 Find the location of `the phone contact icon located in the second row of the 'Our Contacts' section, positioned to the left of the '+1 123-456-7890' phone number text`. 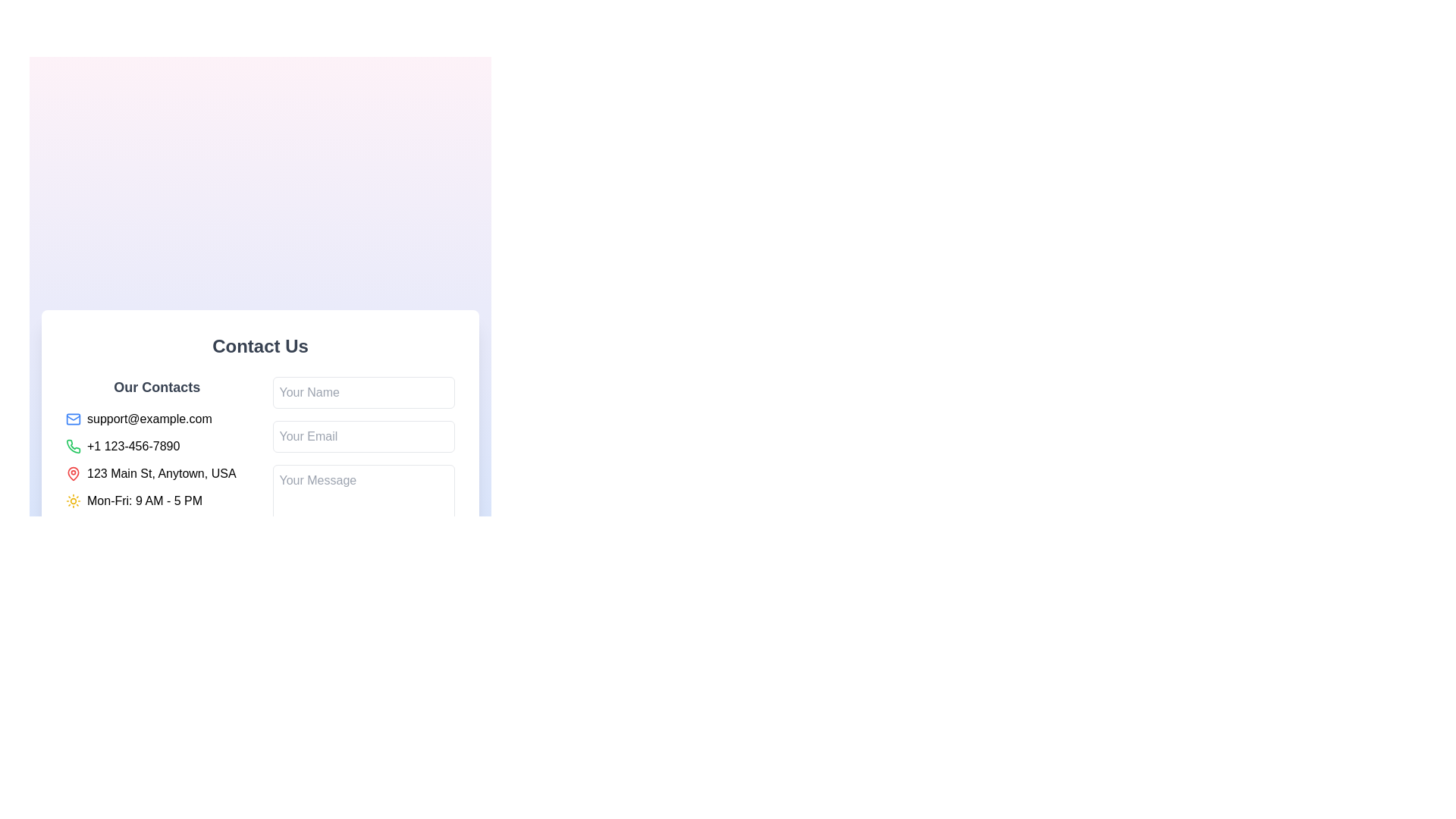

the phone contact icon located in the second row of the 'Our Contacts' section, positioned to the left of the '+1 123-456-7890' phone number text is located at coordinates (72, 445).